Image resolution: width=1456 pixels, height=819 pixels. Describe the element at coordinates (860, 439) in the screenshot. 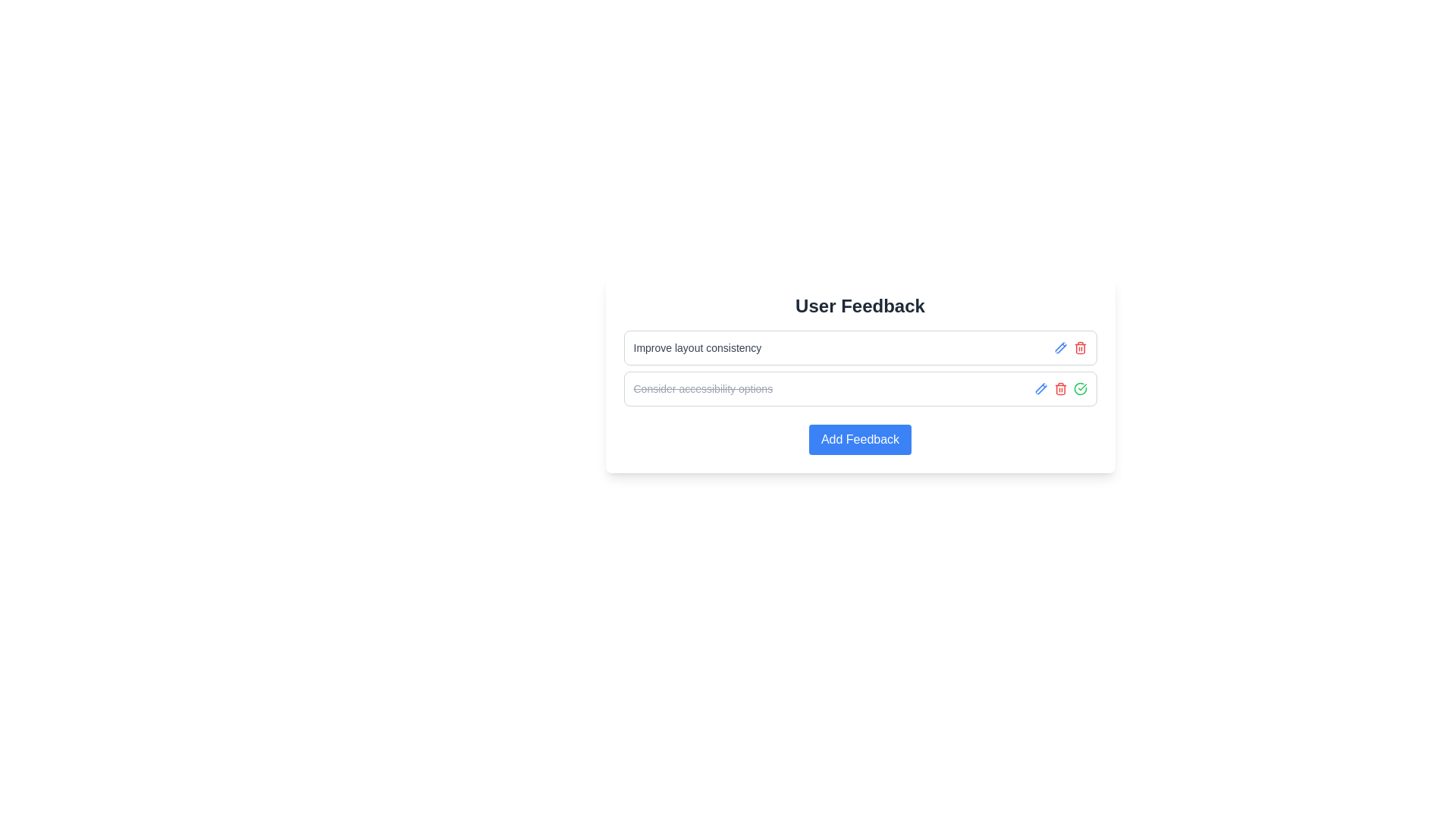

I see `the 'Add Feedback' button, which has a blue background, rounded corners, and white text, located at the bottom center of the modal` at that location.